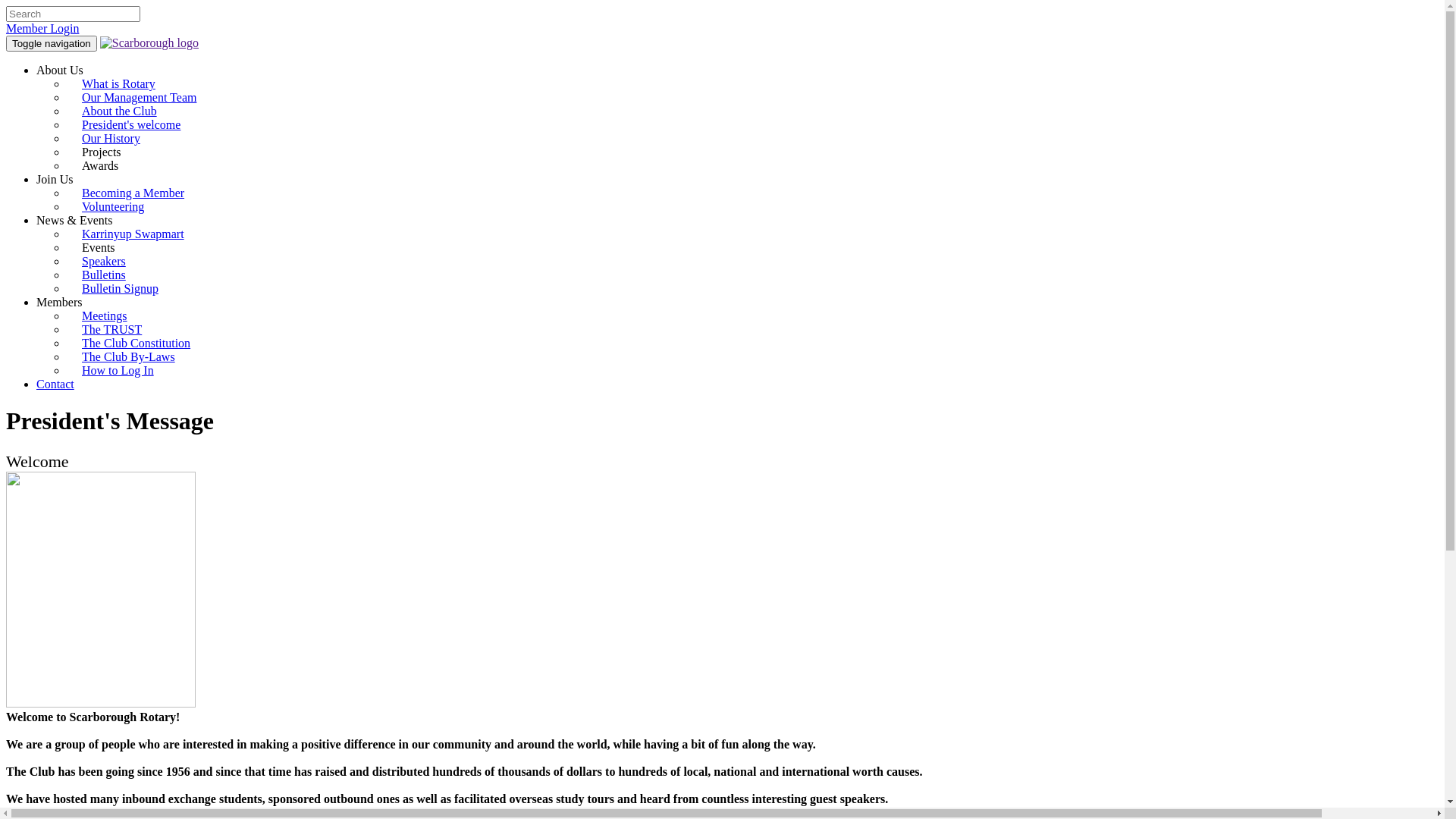 The image size is (1456, 819). I want to click on 'Volunteering', so click(111, 206).